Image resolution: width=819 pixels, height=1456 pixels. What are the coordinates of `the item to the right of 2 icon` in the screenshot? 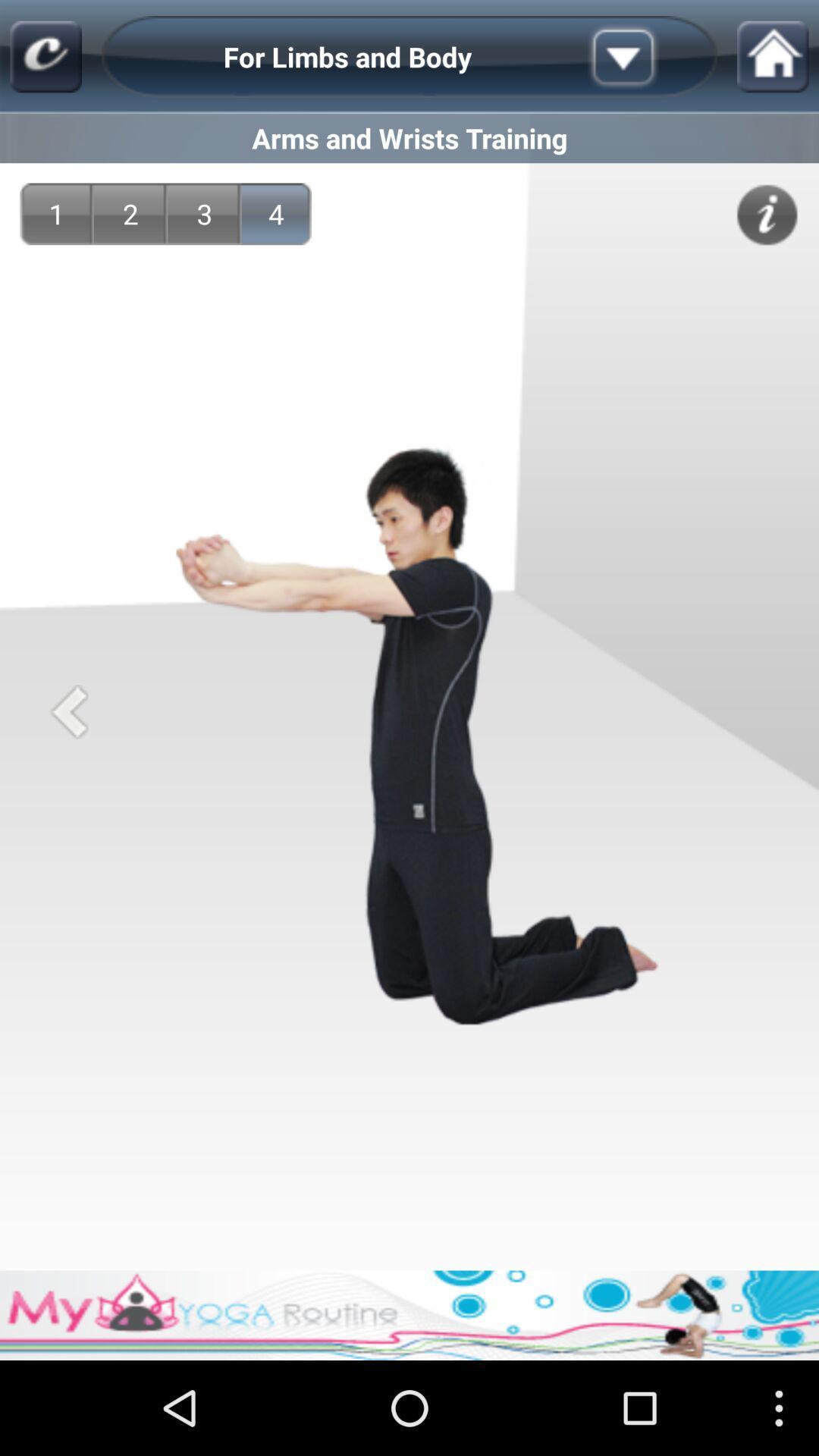 It's located at (205, 213).